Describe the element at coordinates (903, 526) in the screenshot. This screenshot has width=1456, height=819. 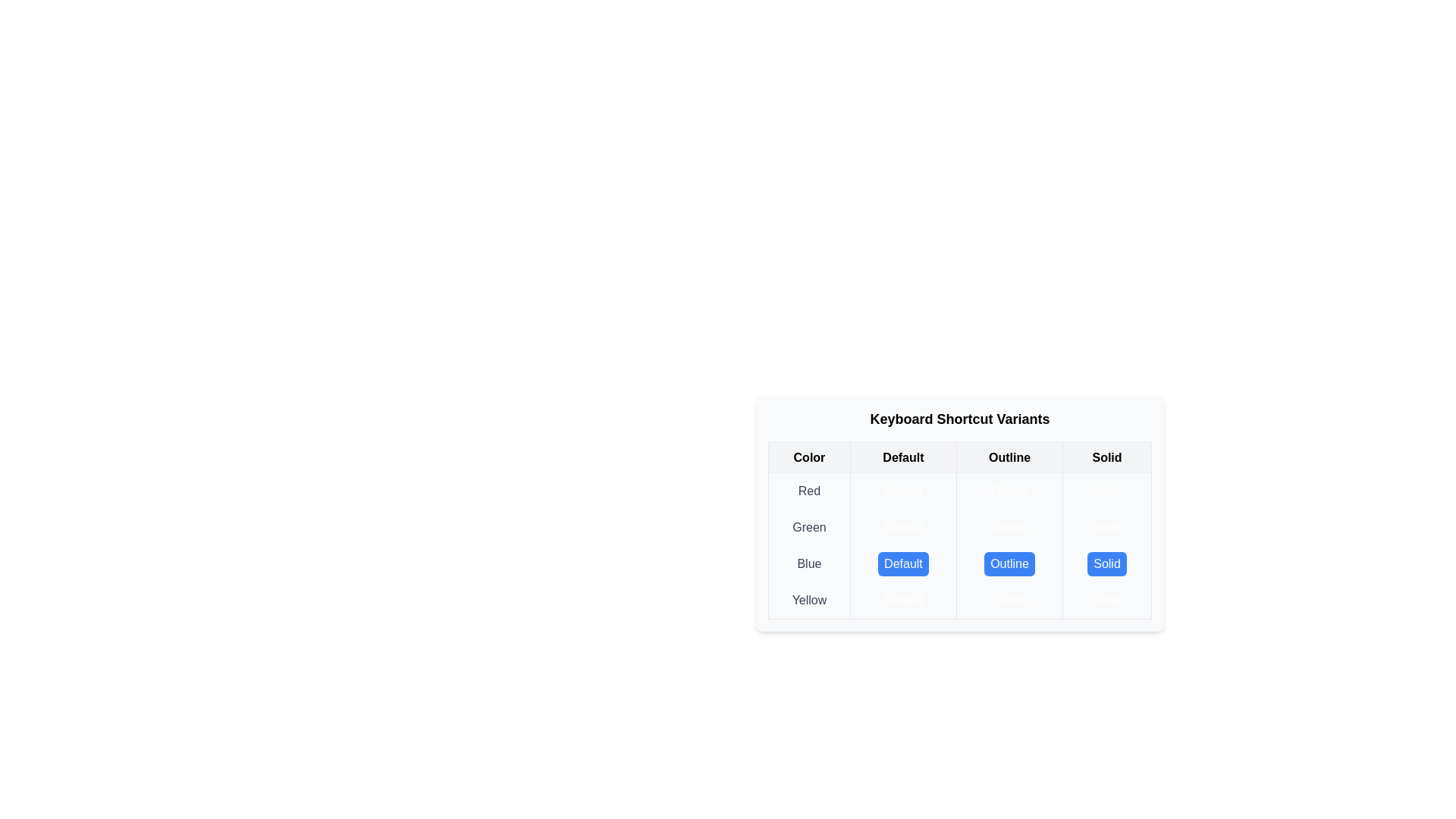
I see `the button labeled 'Default' with a green background located in the second row and second column of the table` at that location.